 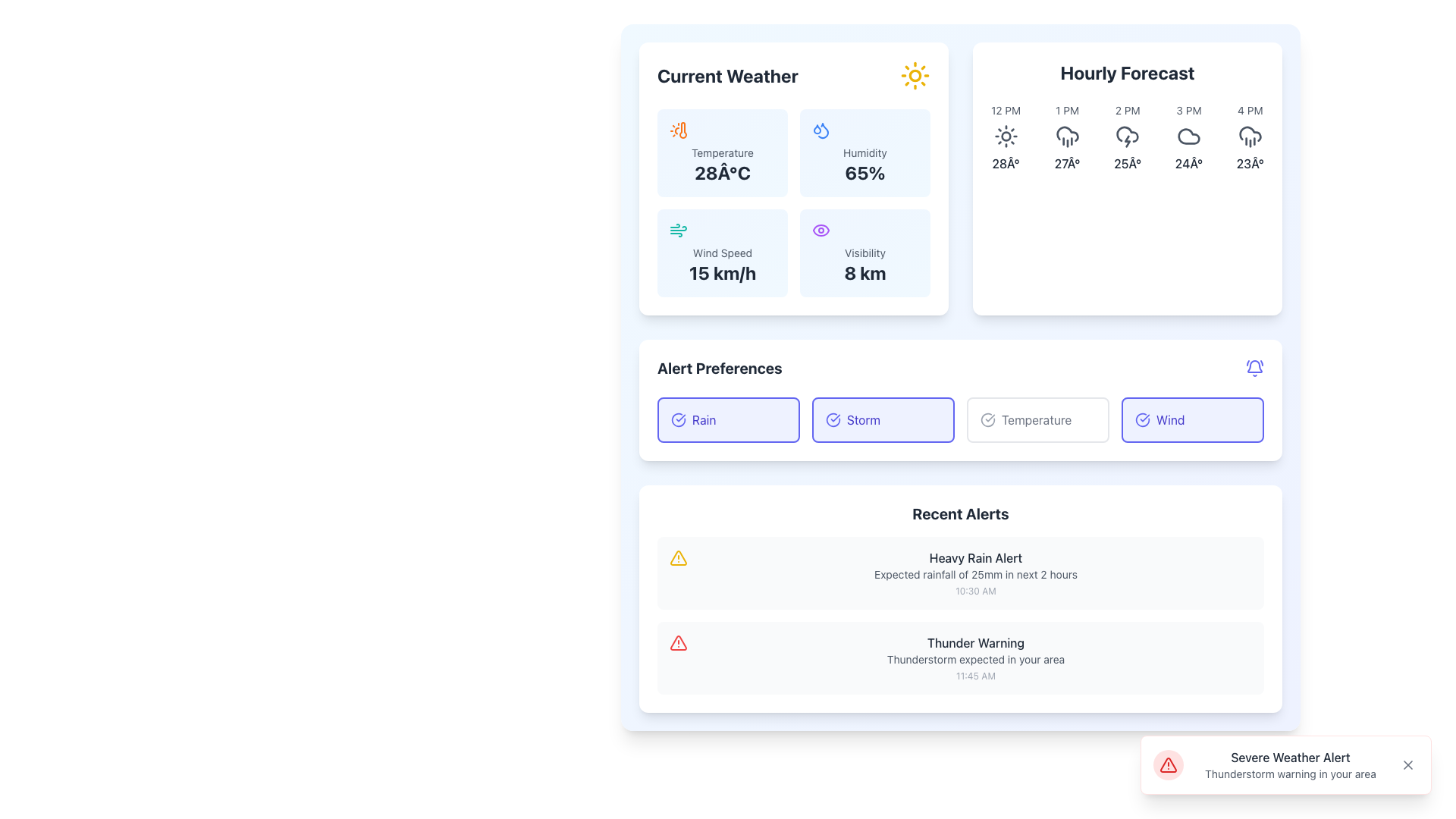 What do you see at coordinates (1006, 136) in the screenshot?
I see `the centered filled circle in the sun icon located at the top-right of the 'Current Weather' section` at bounding box center [1006, 136].